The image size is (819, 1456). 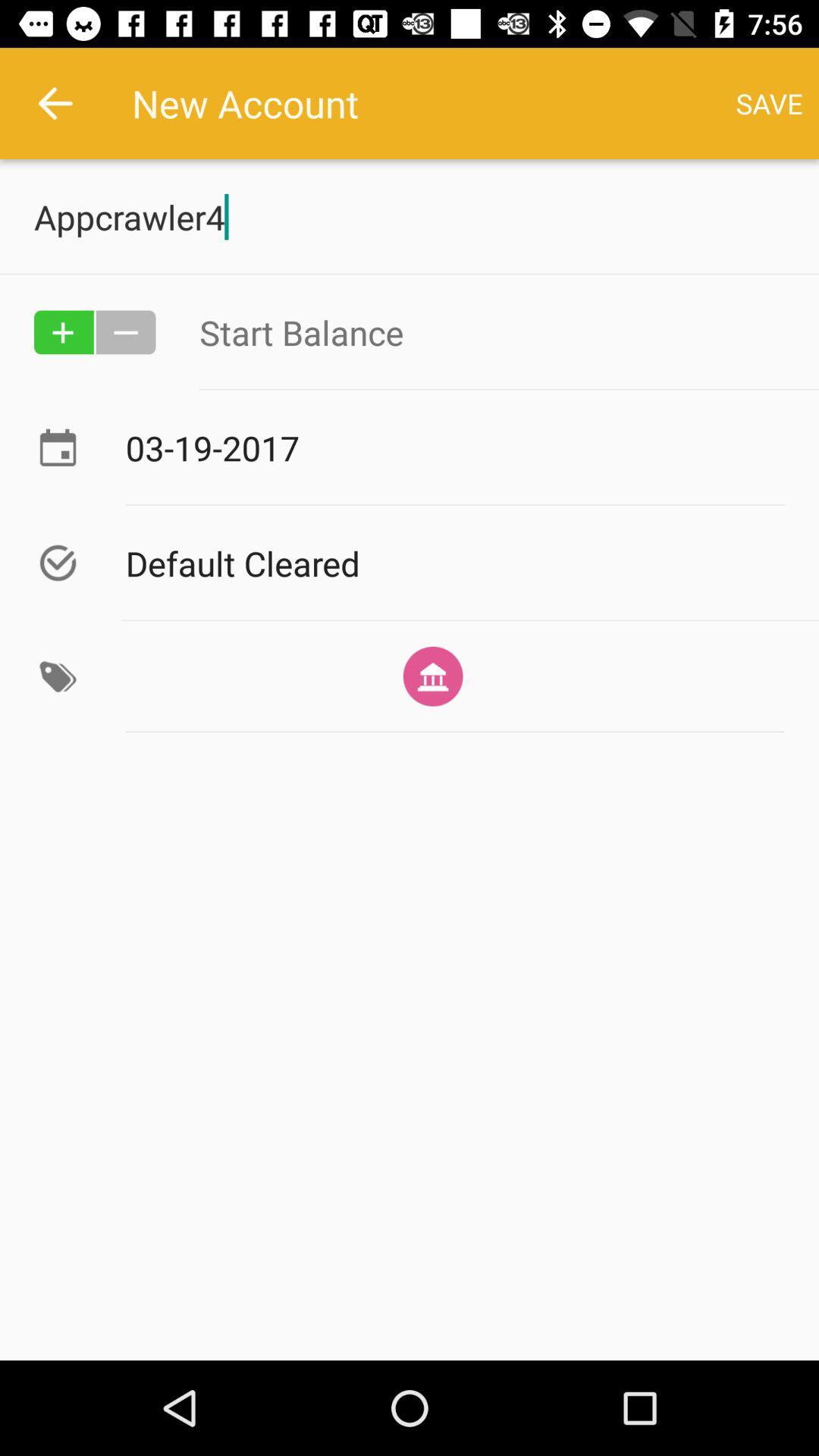 I want to click on save button, so click(x=769, y=103).